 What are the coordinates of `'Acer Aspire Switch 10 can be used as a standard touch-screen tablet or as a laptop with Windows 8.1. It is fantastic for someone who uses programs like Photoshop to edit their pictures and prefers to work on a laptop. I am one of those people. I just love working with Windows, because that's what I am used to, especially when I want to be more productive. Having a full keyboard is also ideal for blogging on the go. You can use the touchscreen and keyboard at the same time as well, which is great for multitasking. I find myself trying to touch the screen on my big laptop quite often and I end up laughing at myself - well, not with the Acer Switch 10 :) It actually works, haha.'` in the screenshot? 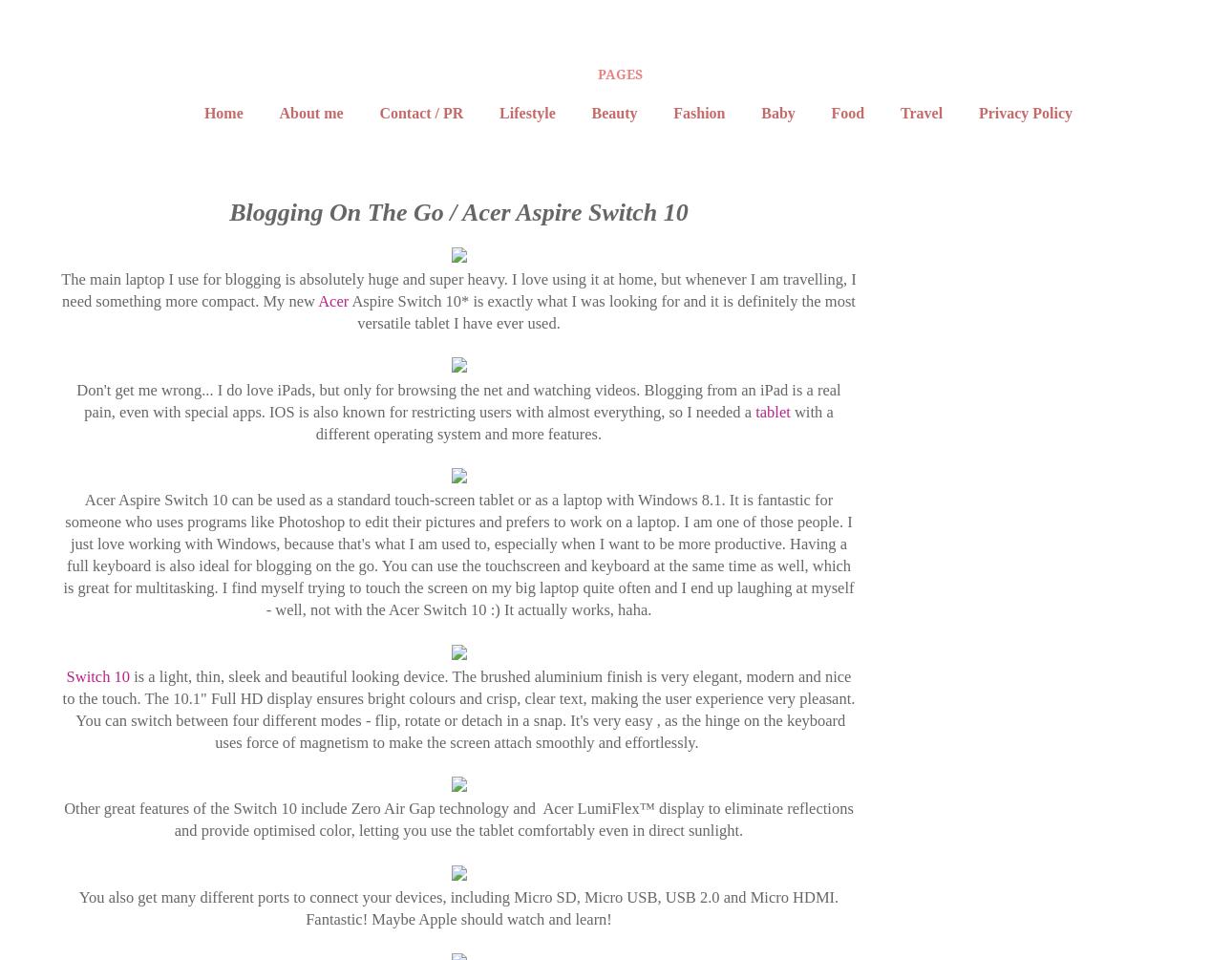 It's located at (458, 553).